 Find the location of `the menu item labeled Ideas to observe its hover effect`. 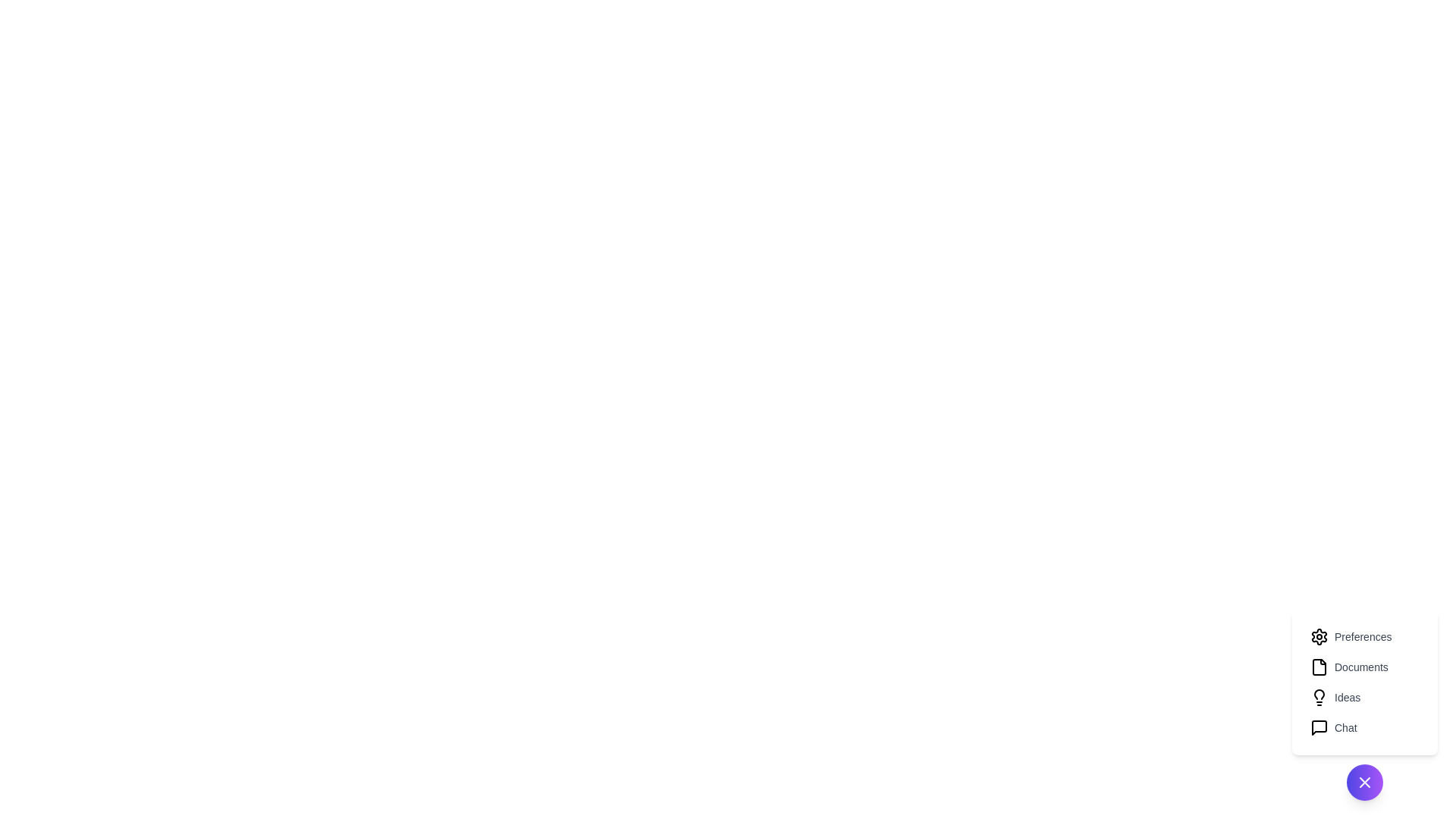

the menu item labeled Ideas to observe its hover effect is located at coordinates (1365, 698).